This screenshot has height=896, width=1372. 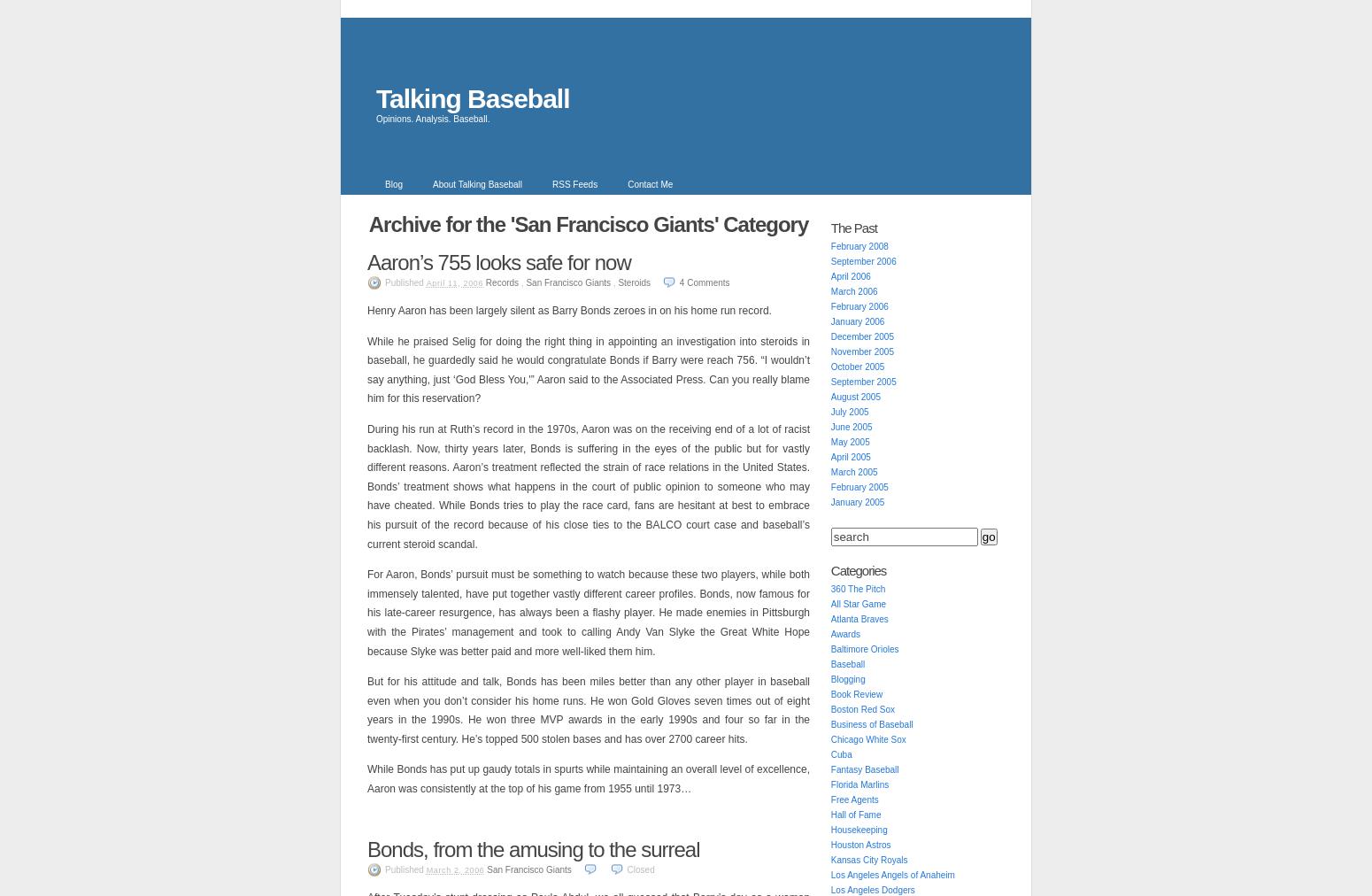 I want to click on 'August 2005', so click(x=853, y=397).